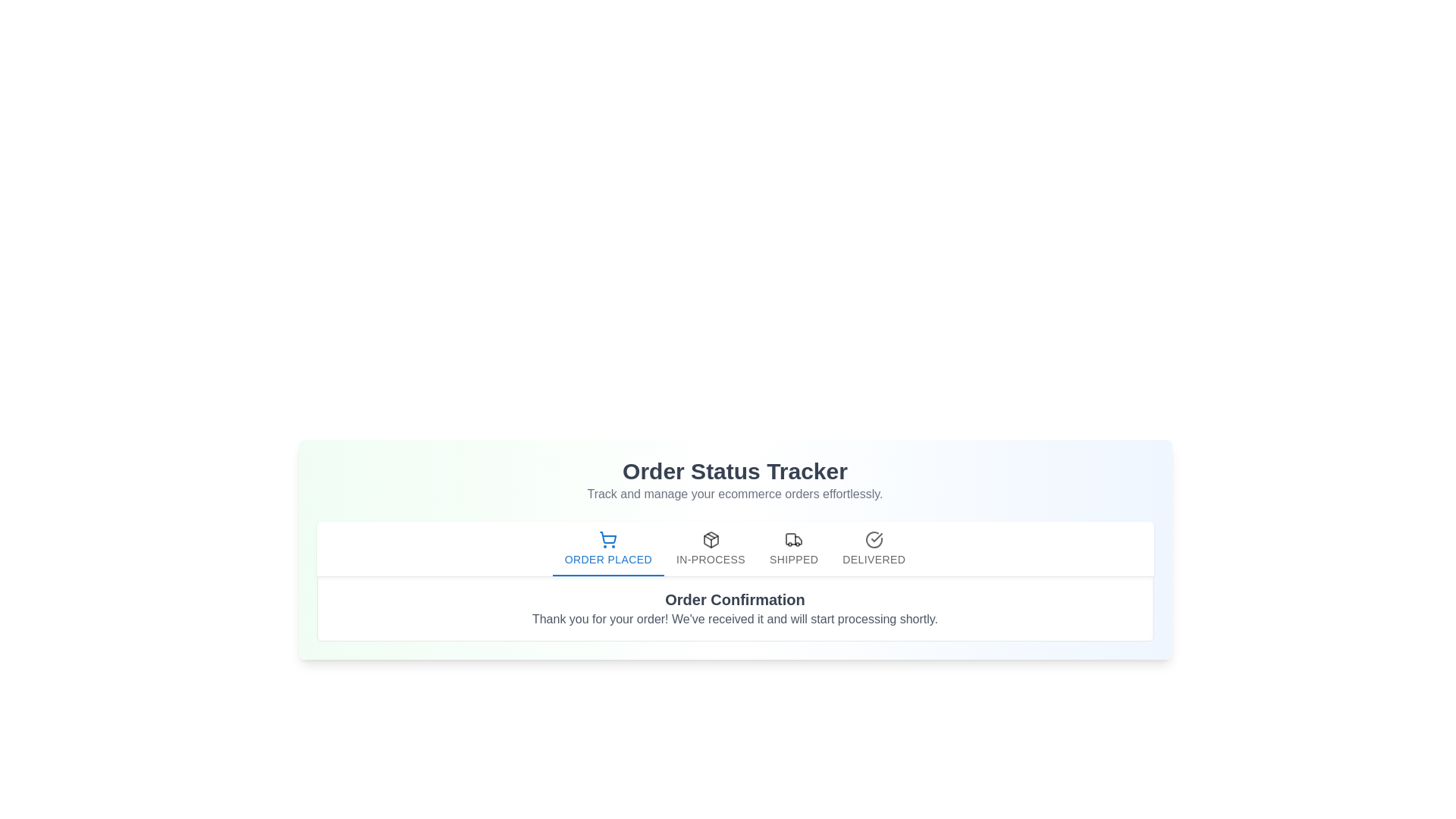 Image resolution: width=1456 pixels, height=819 pixels. Describe the element at coordinates (608, 539) in the screenshot. I see `the 'Order Placed' icon, which is the first step in the order status tracking process, indicating the status of the order` at that location.